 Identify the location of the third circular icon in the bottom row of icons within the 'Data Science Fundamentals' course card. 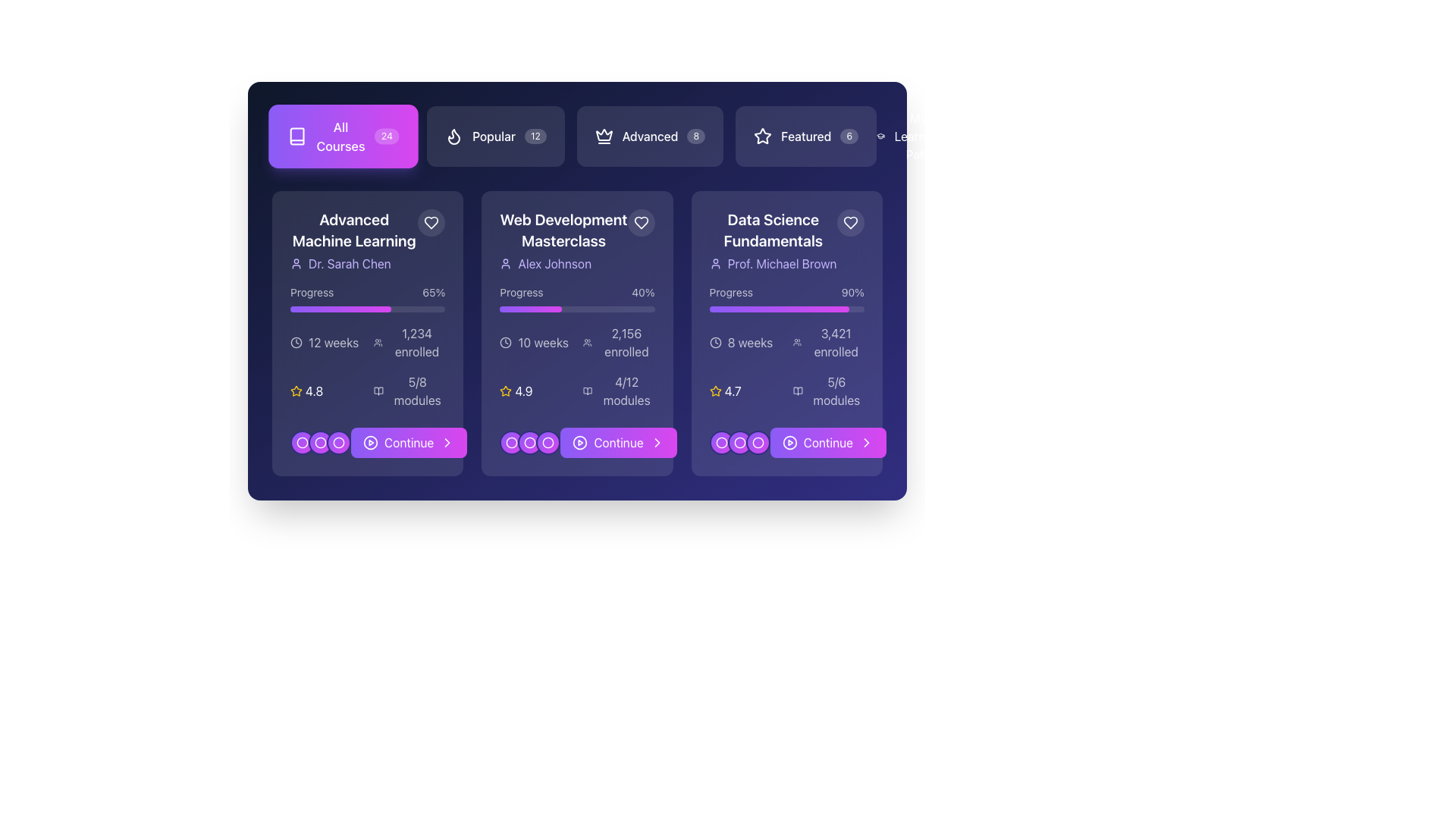
(739, 442).